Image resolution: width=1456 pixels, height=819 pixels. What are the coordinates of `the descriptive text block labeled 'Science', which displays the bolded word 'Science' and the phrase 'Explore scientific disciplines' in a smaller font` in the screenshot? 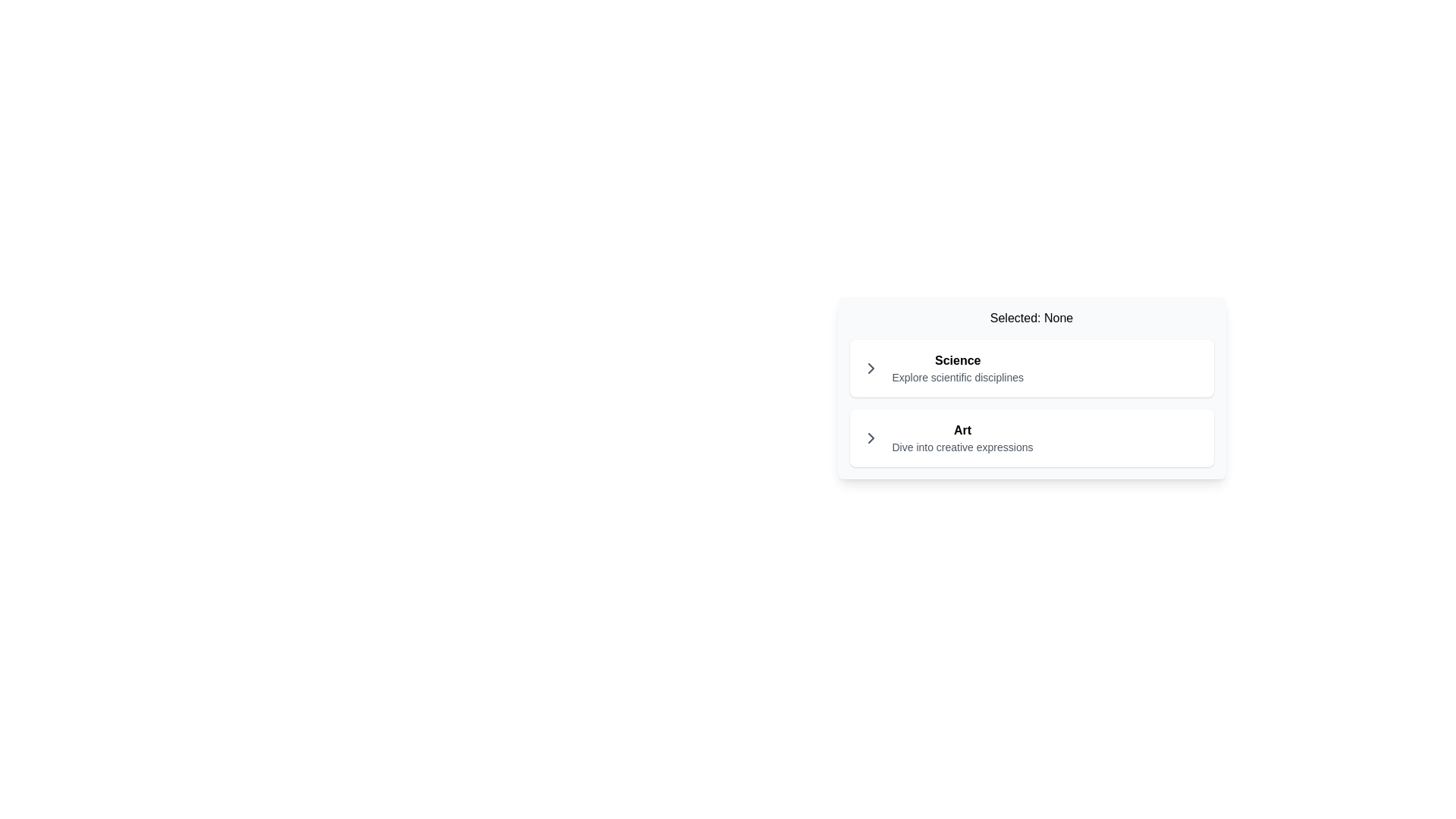 It's located at (957, 369).